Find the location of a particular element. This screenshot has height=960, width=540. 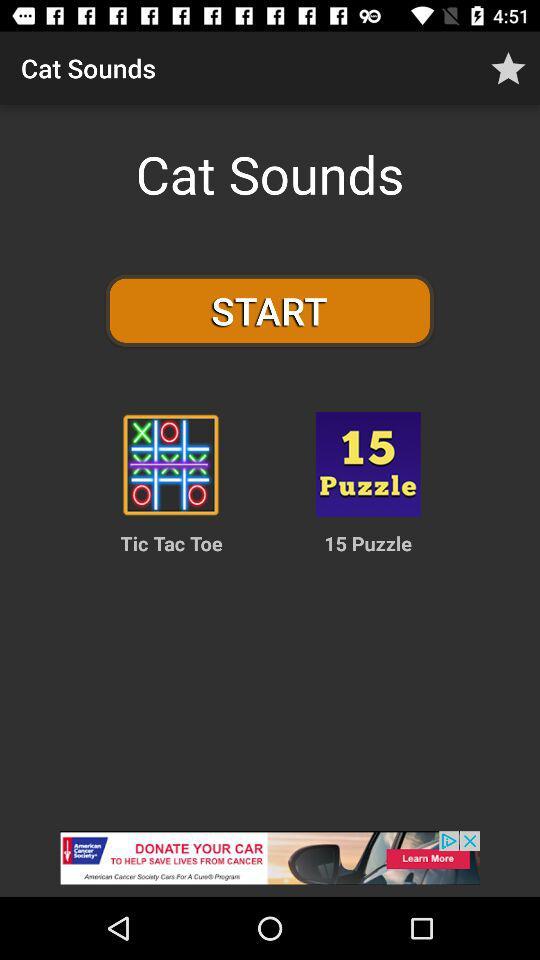

open advertisements is located at coordinates (270, 863).